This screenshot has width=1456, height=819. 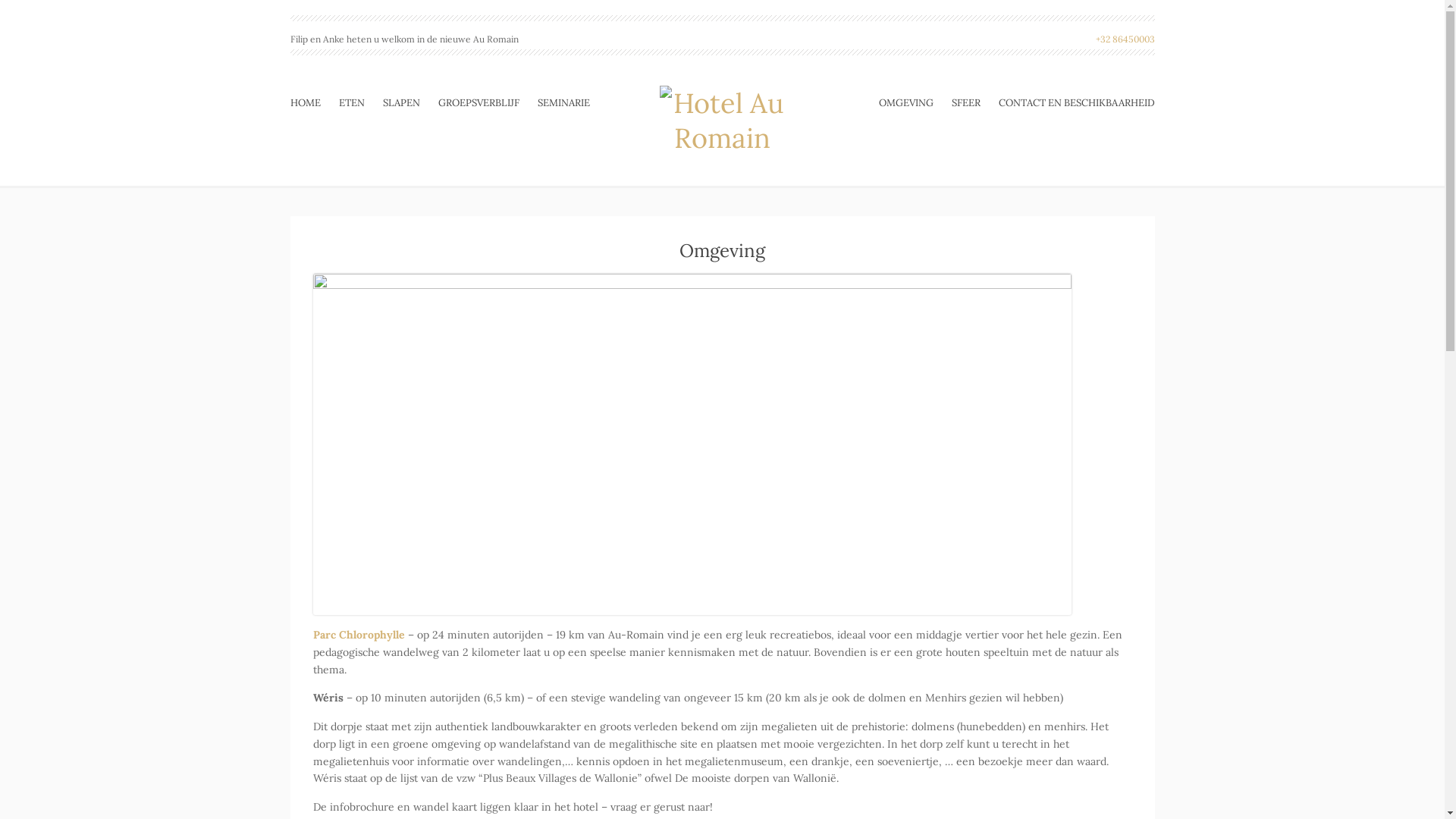 I want to click on 'SEMINARIE', so click(x=557, y=102).